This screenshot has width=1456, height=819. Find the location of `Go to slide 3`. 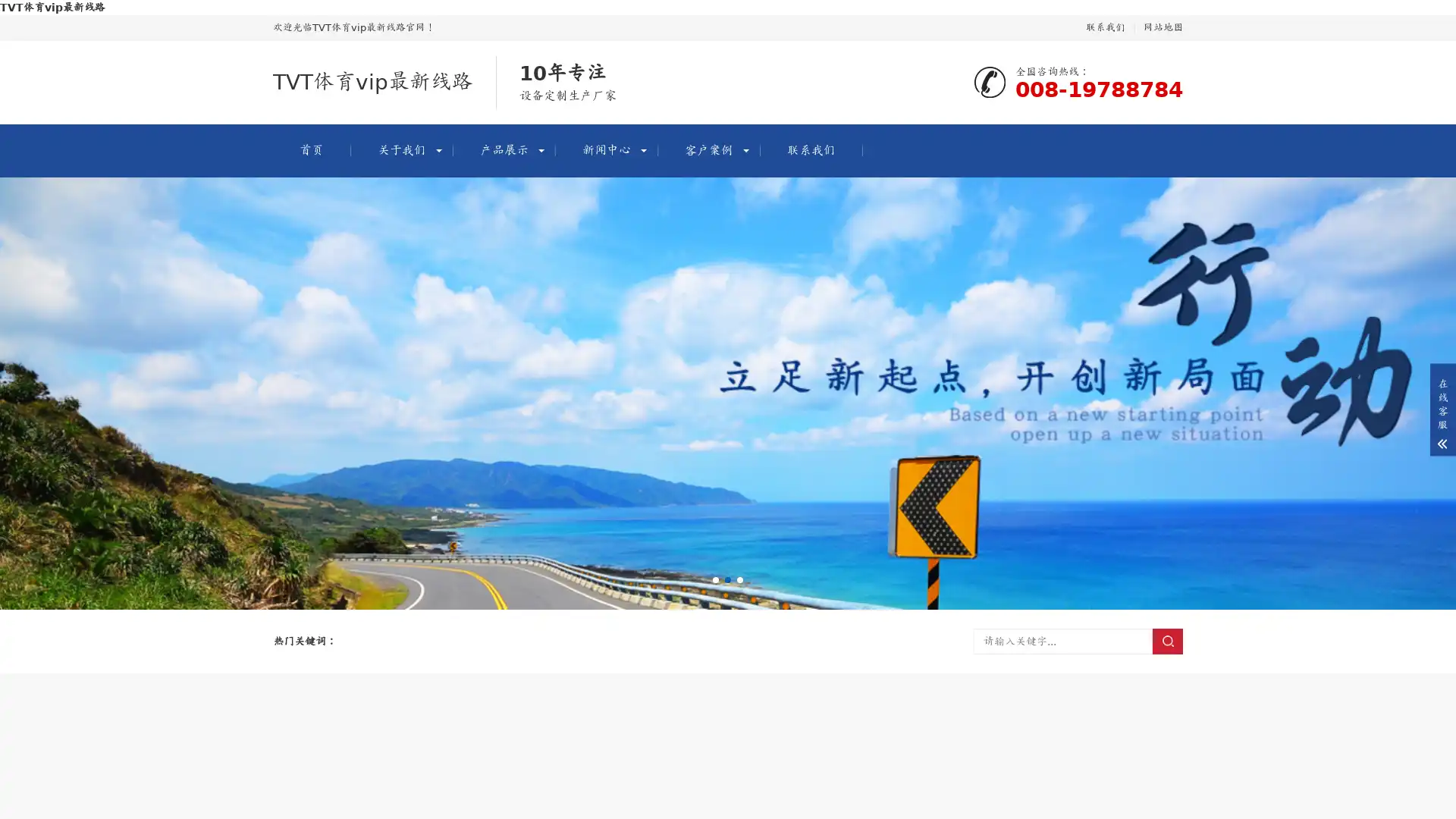

Go to slide 3 is located at coordinates (739, 579).